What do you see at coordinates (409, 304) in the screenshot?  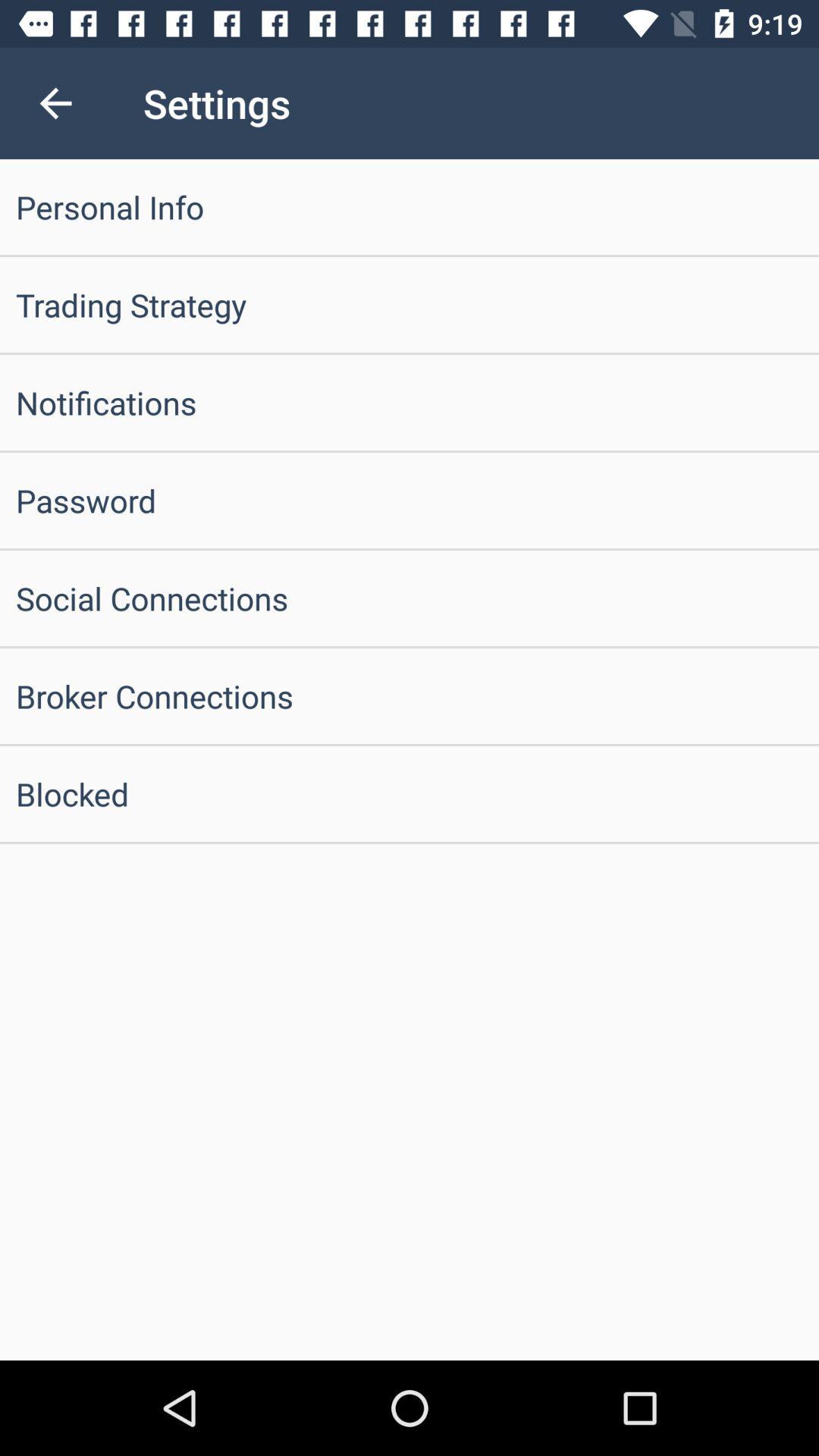 I see `the icon below personal info item` at bounding box center [409, 304].